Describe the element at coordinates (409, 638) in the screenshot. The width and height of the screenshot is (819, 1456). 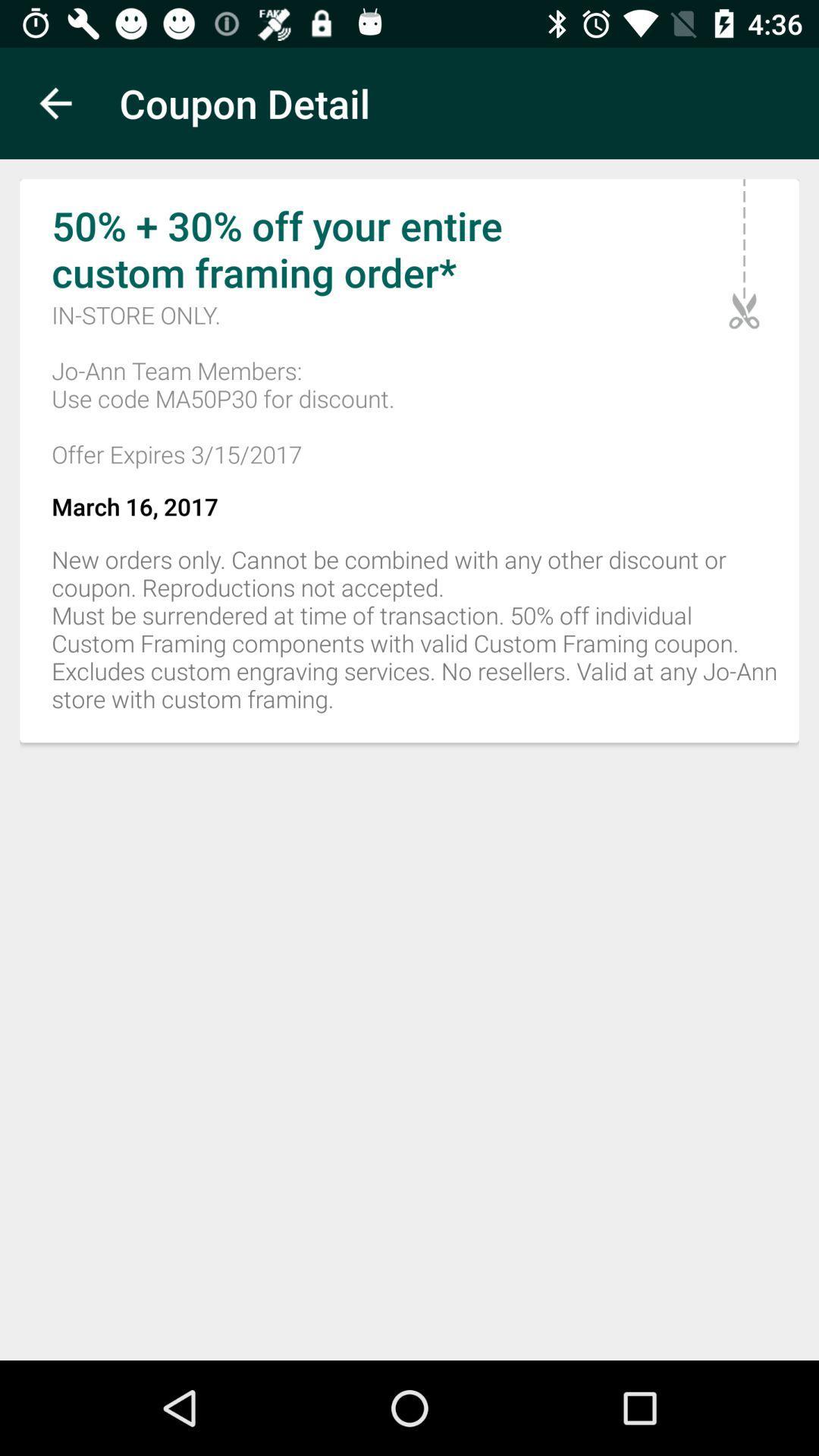
I see `icon at the center` at that location.